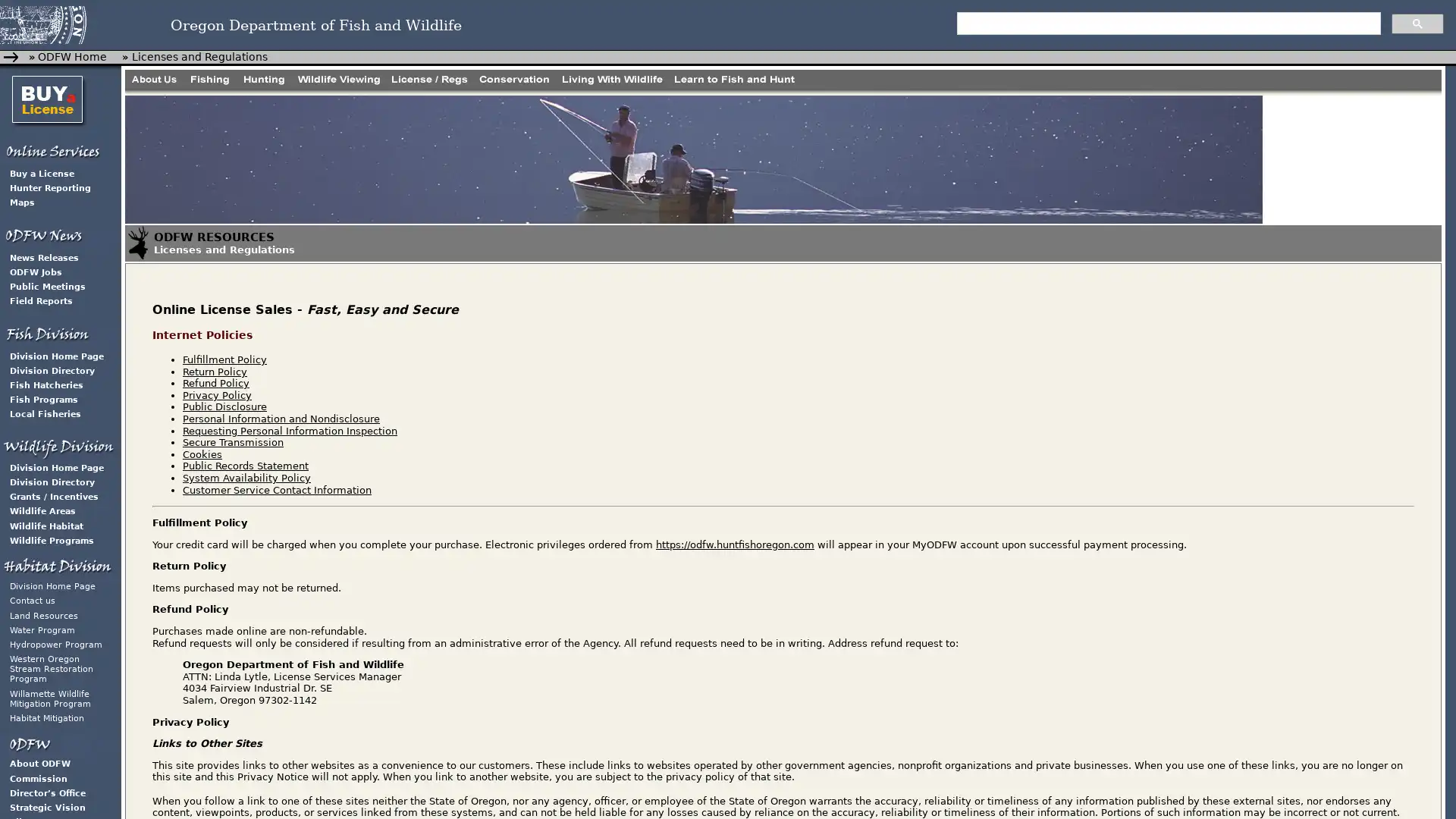 Image resolution: width=1456 pixels, height=819 pixels. I want to click on search, so click(1417, 23).